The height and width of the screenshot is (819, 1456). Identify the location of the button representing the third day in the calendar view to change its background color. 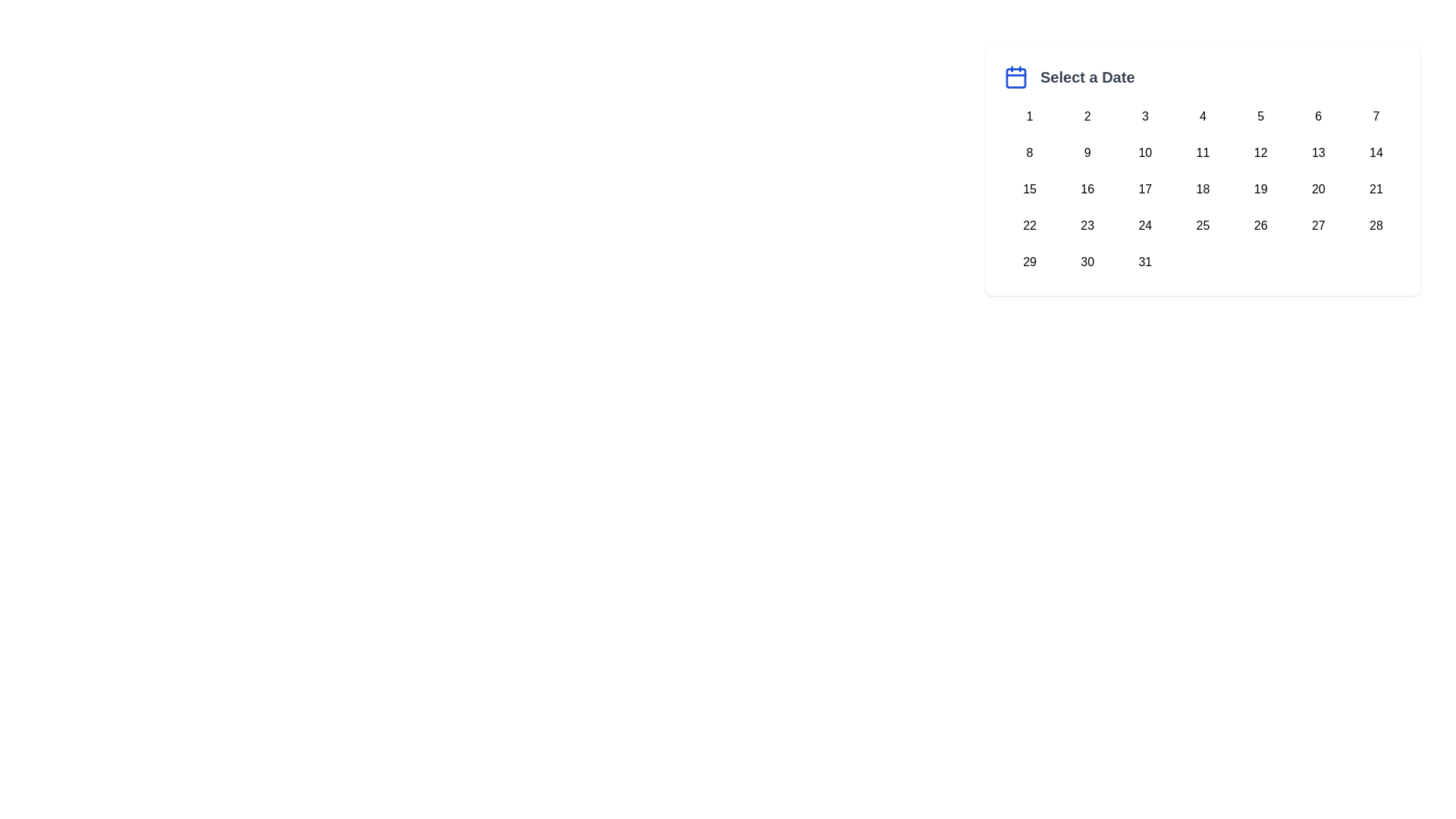
(1145, 116).